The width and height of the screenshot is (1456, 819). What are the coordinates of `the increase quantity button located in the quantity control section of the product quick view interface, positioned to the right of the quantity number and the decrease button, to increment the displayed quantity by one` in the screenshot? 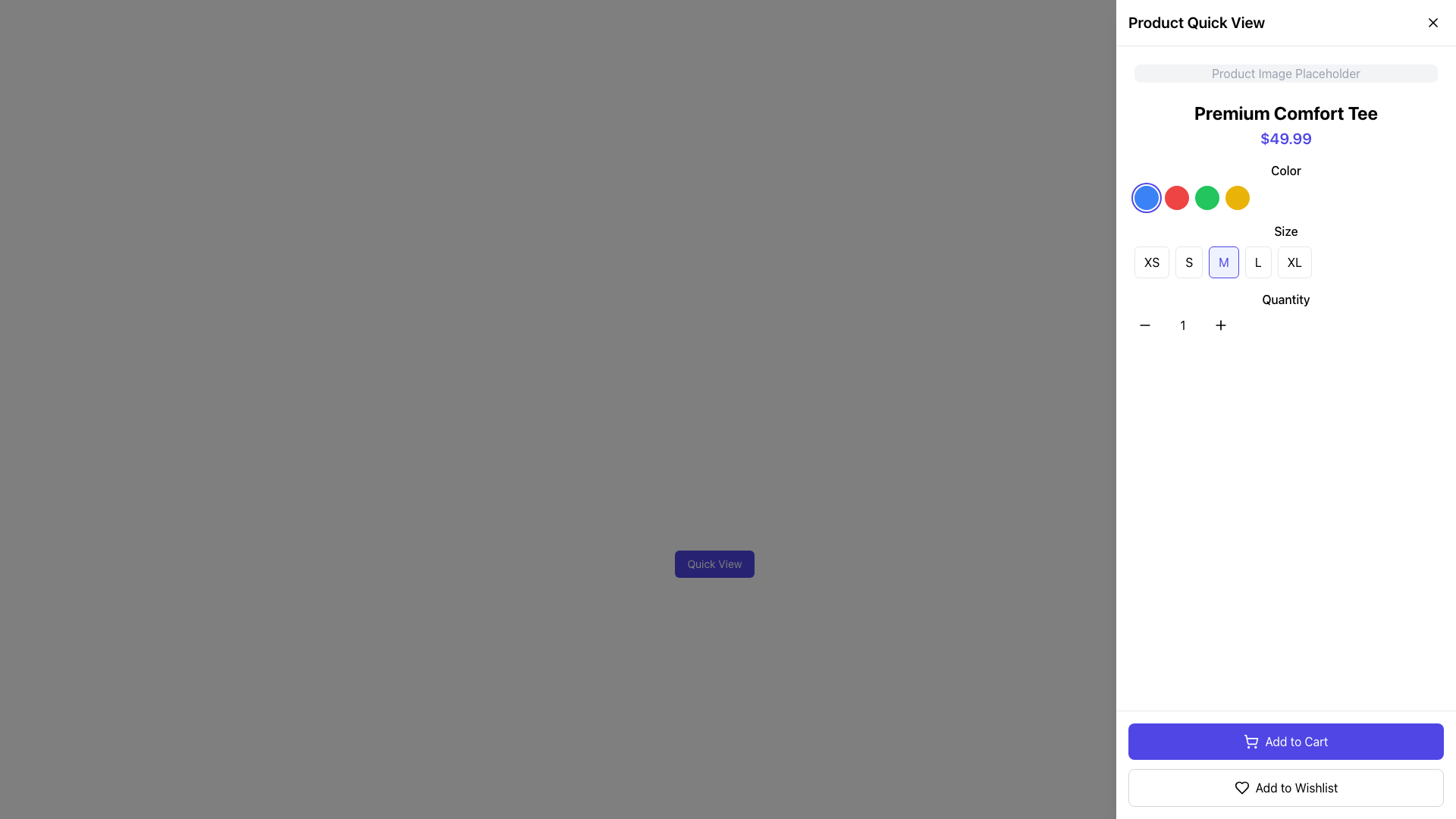 It's located at (1220, 324).